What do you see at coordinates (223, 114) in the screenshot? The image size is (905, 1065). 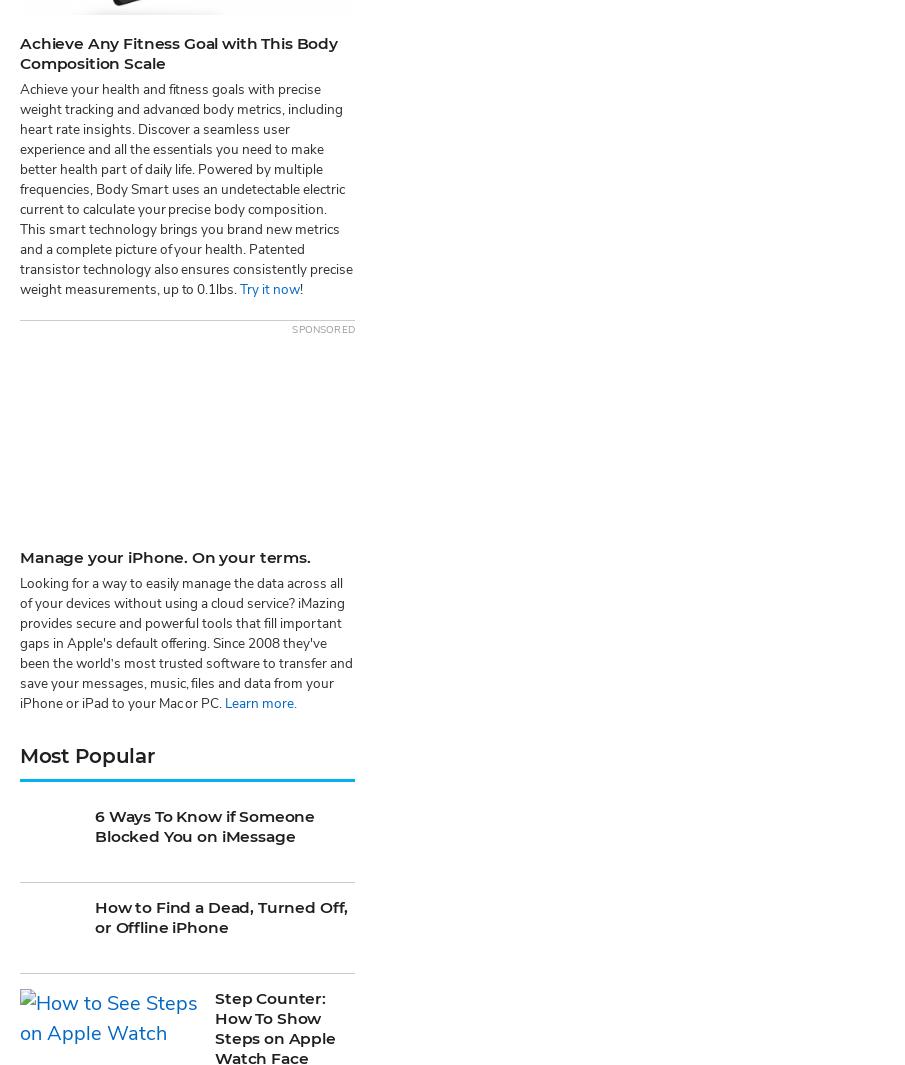 I see `'Learn more.'` at bounding box center [223, 114].